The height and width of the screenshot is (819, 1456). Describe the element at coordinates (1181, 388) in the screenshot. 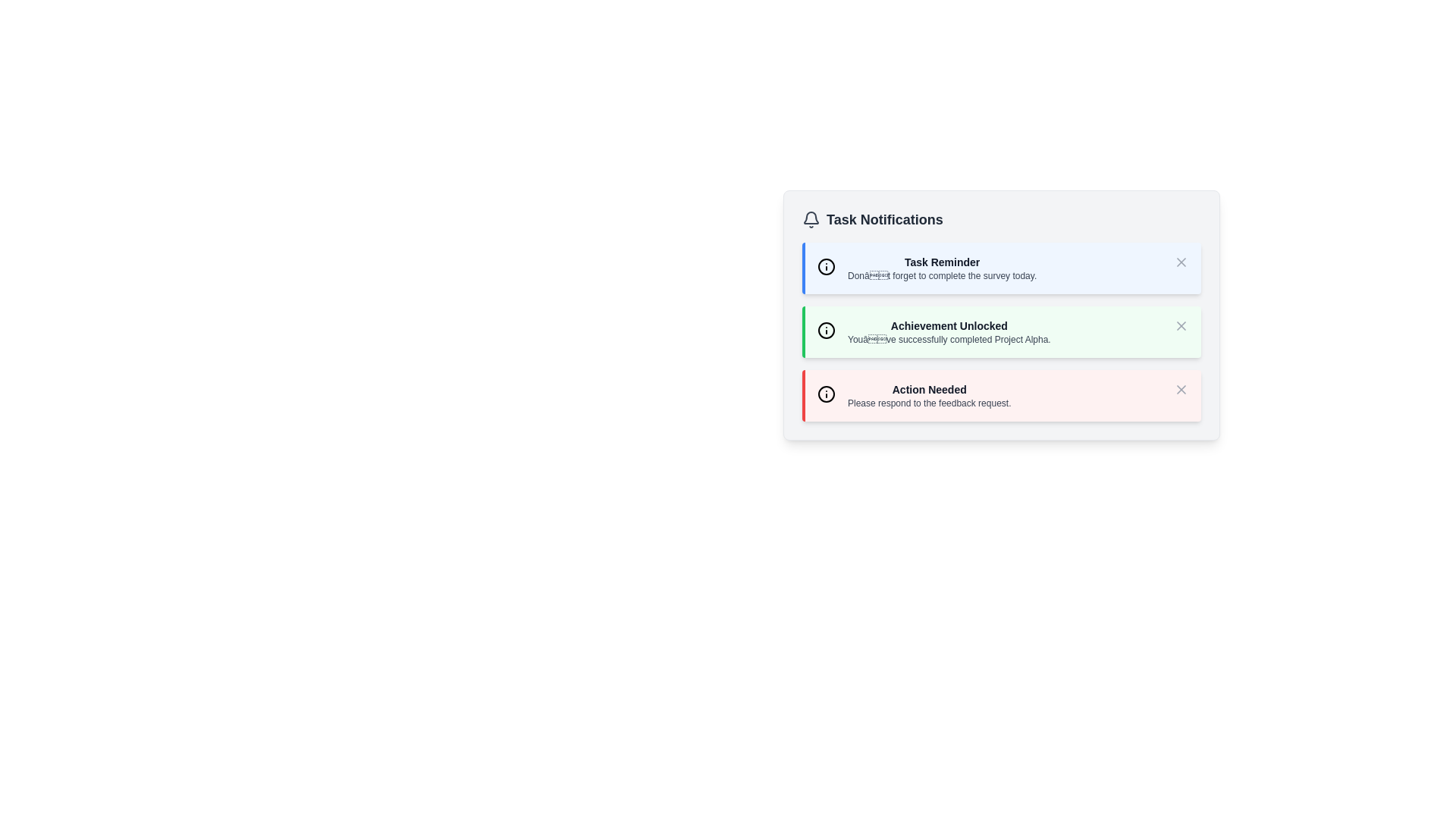

I see `the small, thin, diagonal cross forming an 'X' shape within the close button icon in the bottom notification of the notifications panel for interaction feedback` at that location.